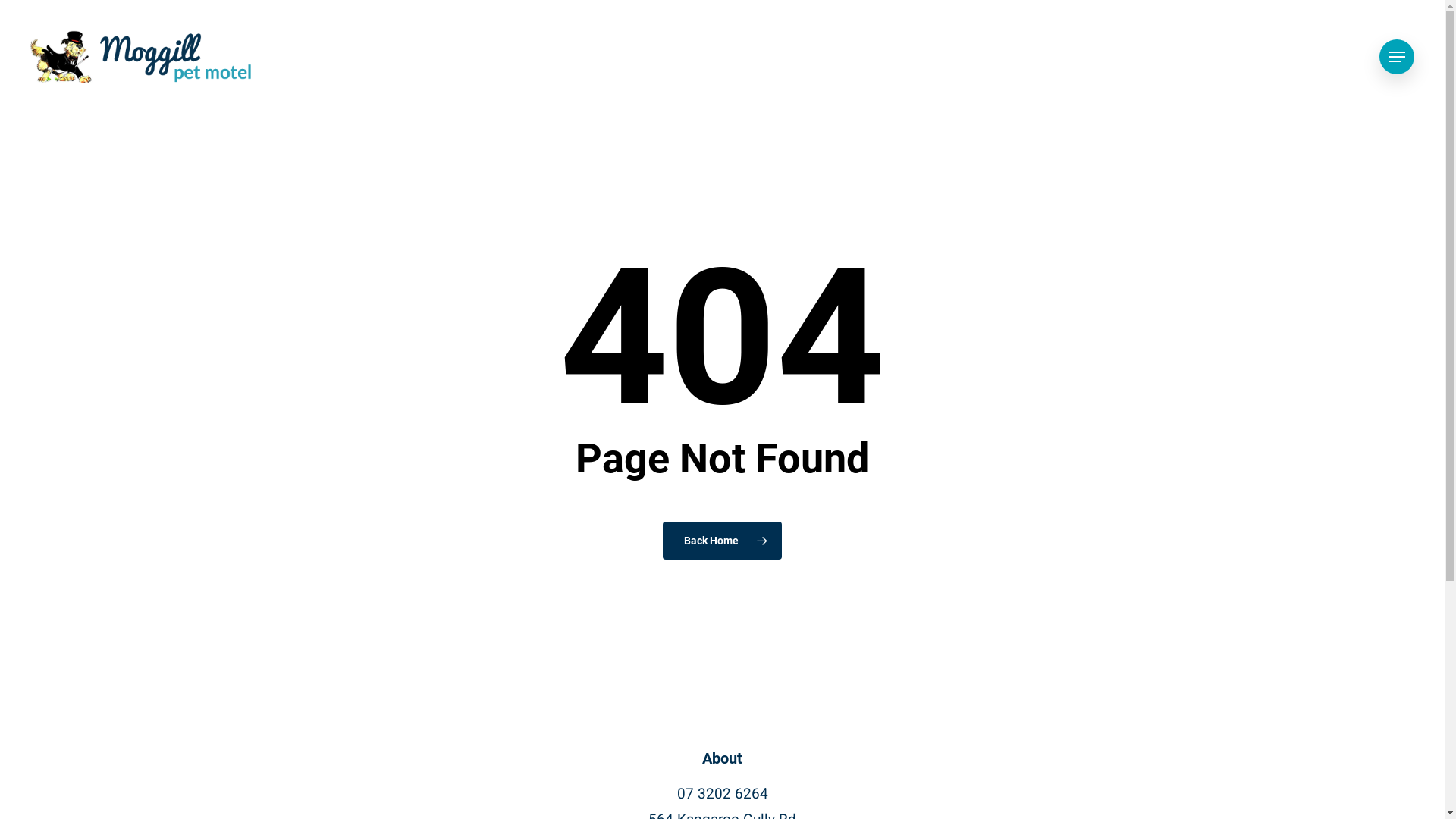 This screenshot has height=819, width=1456. I want to click on 'Back Home', so click(721, 540).